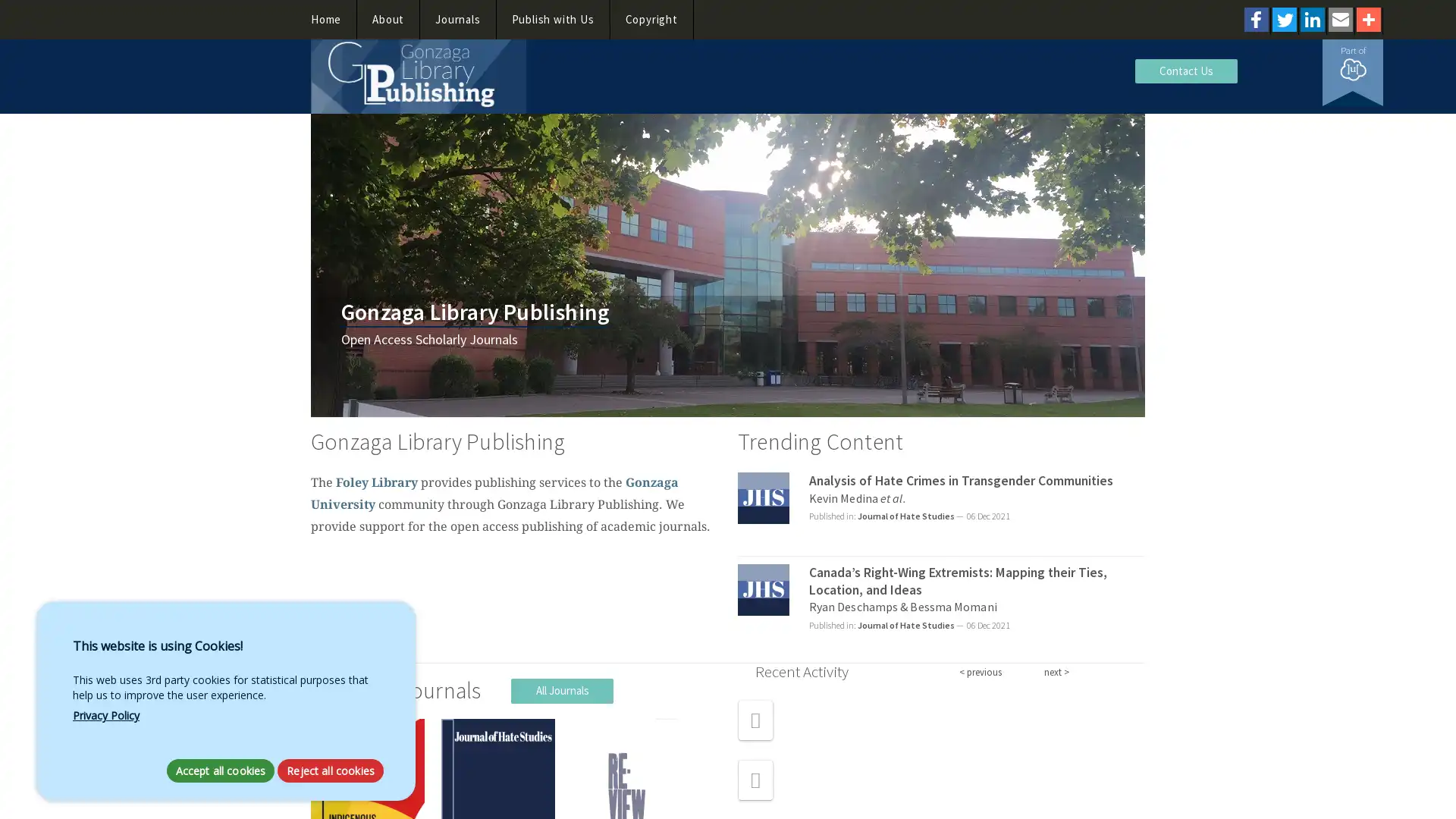 This screenshot has height=819, width=1456. What do you see at coordinates (330, 770) in the screenshot?
I see `Reject all cookies` at bounding box center [330, 770].